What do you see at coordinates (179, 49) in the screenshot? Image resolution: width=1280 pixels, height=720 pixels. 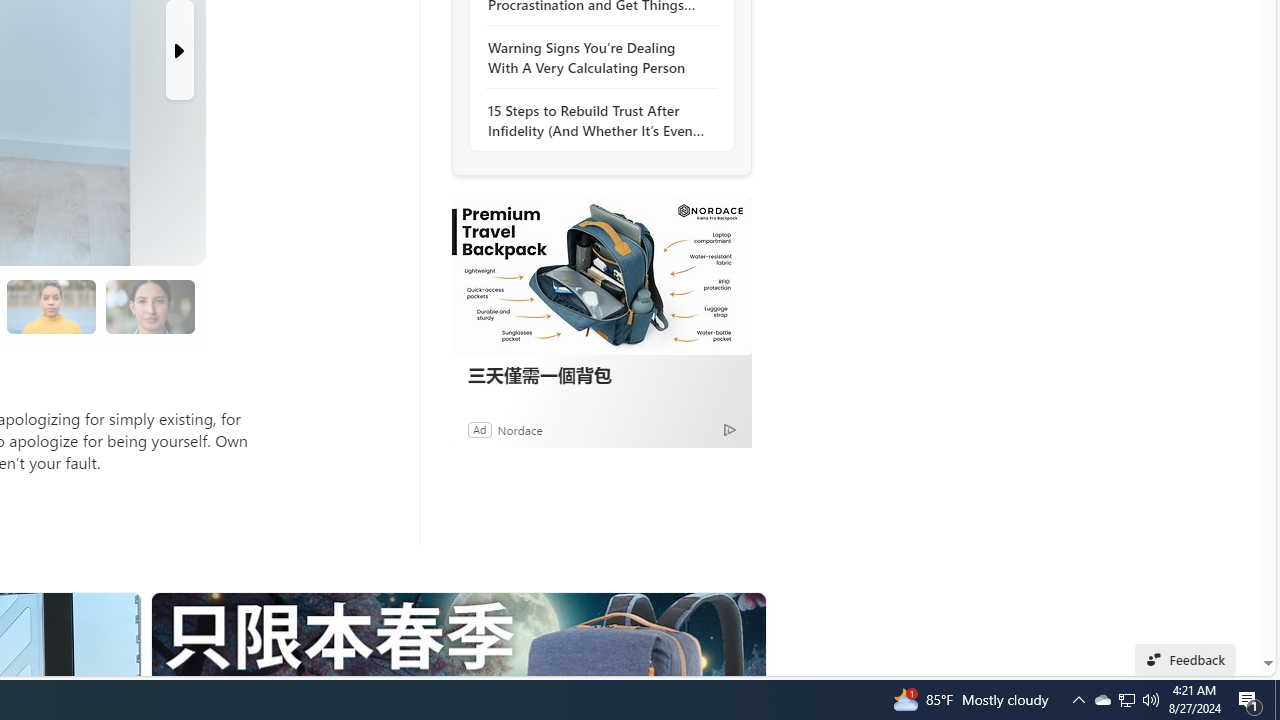 I see `'Next Slide'` at bounding box center [179, 49].